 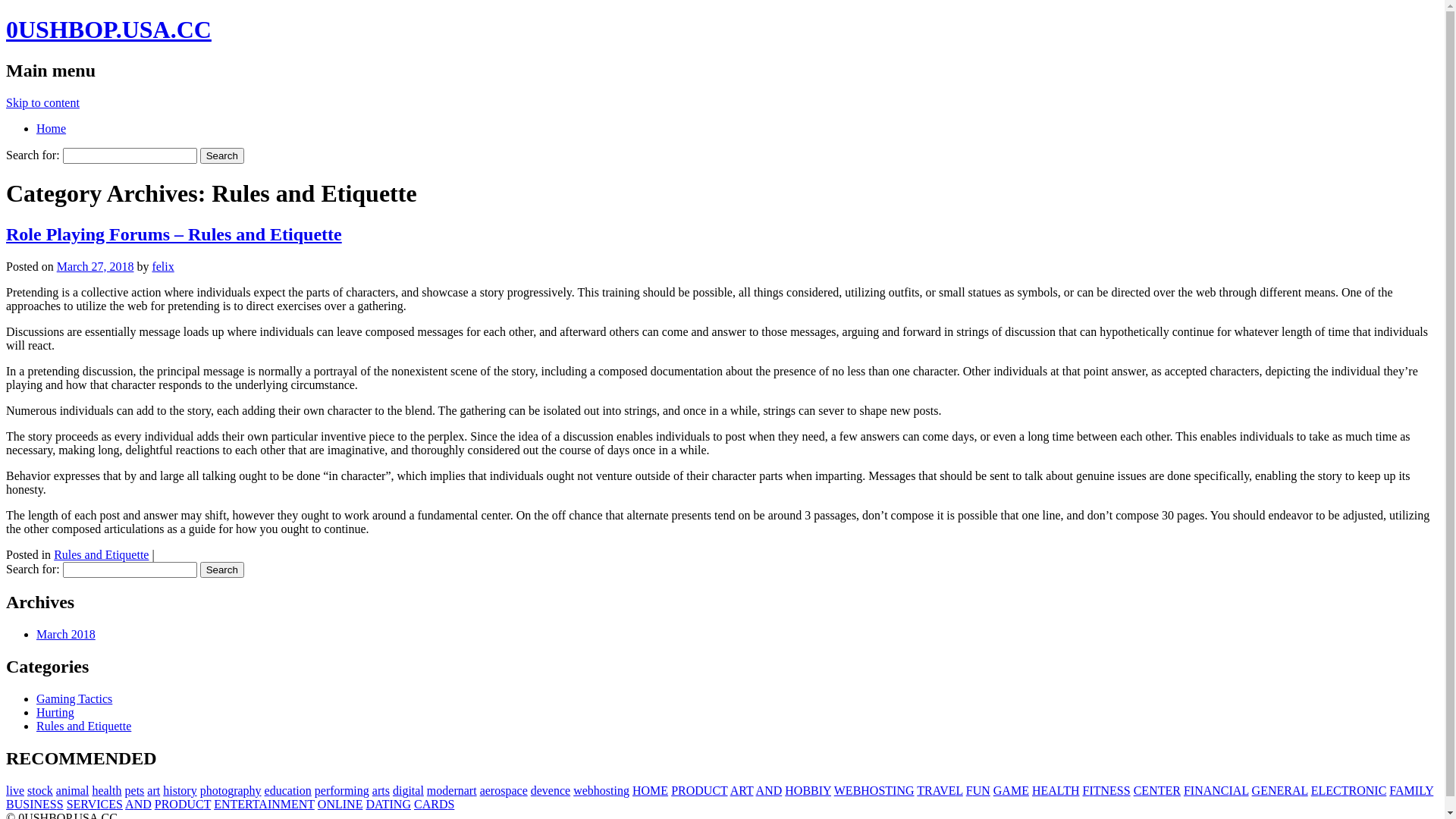 What do you see at coordinates (450, 789) in the screenshot?
I see `'e'` at bounding box center [450, 789].